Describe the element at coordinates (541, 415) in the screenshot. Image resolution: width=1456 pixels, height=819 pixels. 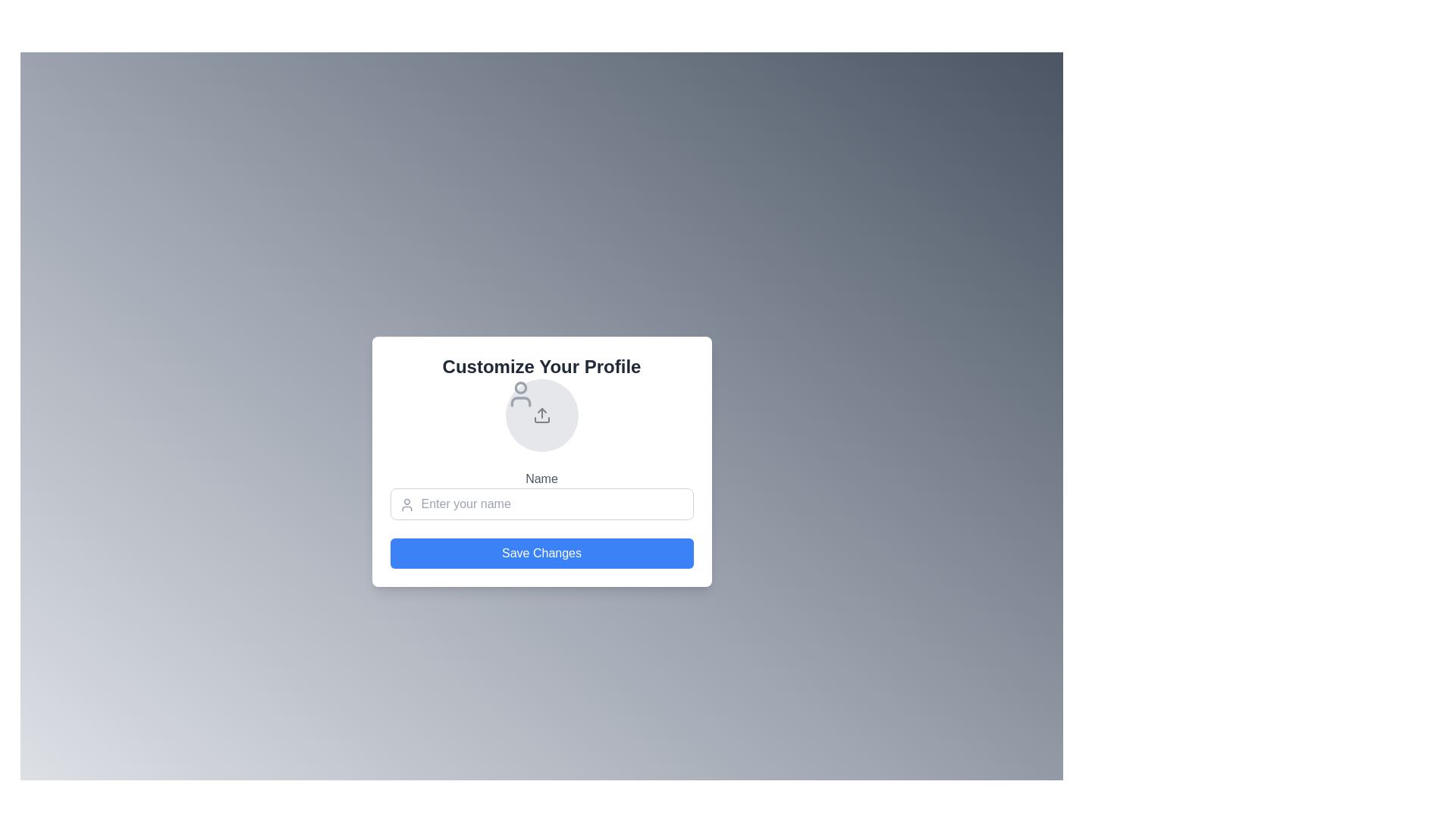
I see `a file from the desktop and drop it onto the circular interactive area for file upload, which is located below the title 'Customize Your Profile' and above the 'Name' input field` at that location.